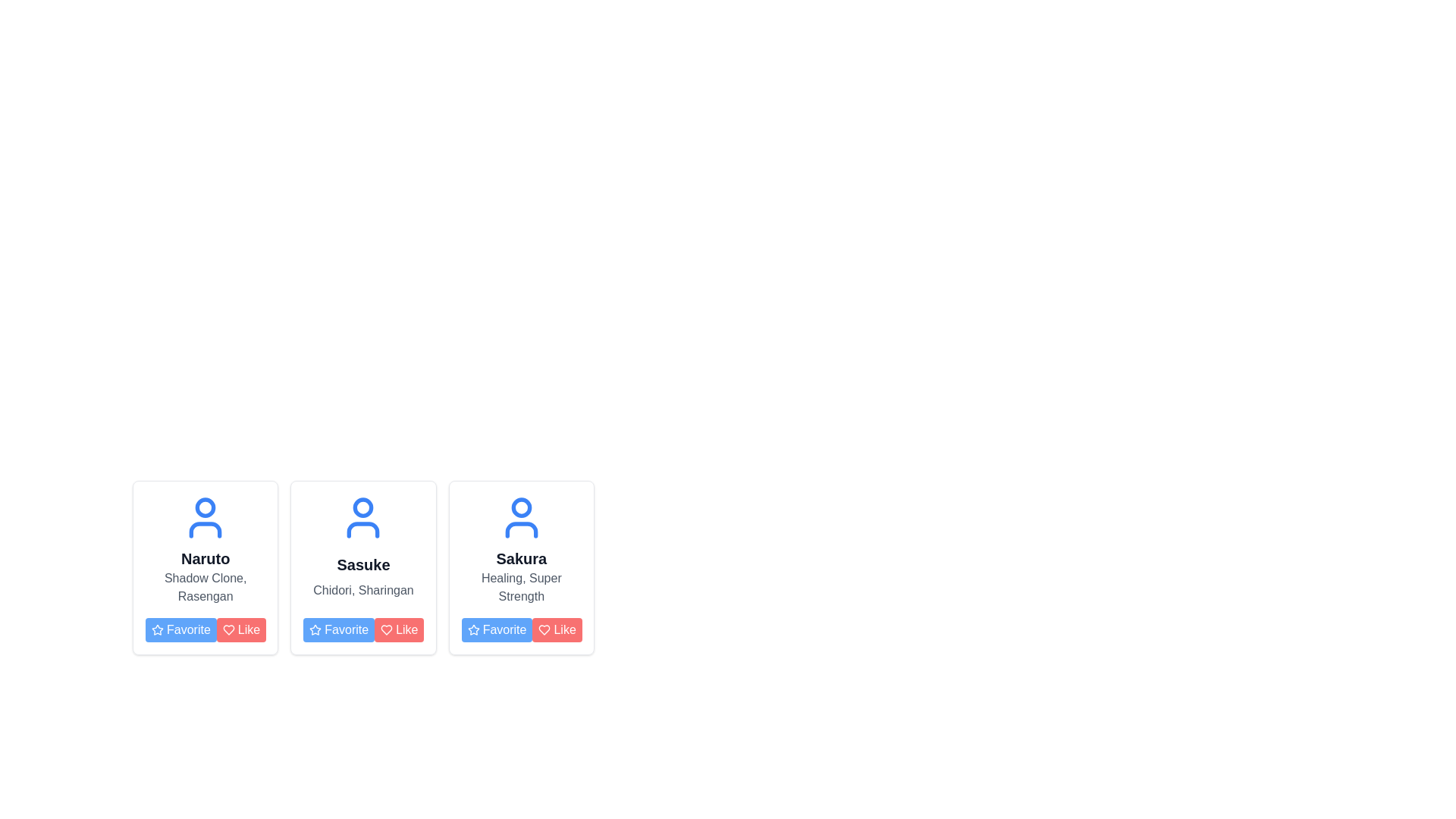 This screenshot has width=1456, height=819. What do you see at coordinates (521, 558) in the screenshot?
I see `the text label displaying 'Sakura' to check for additional information that may appear` at bounding box center [521, 558].